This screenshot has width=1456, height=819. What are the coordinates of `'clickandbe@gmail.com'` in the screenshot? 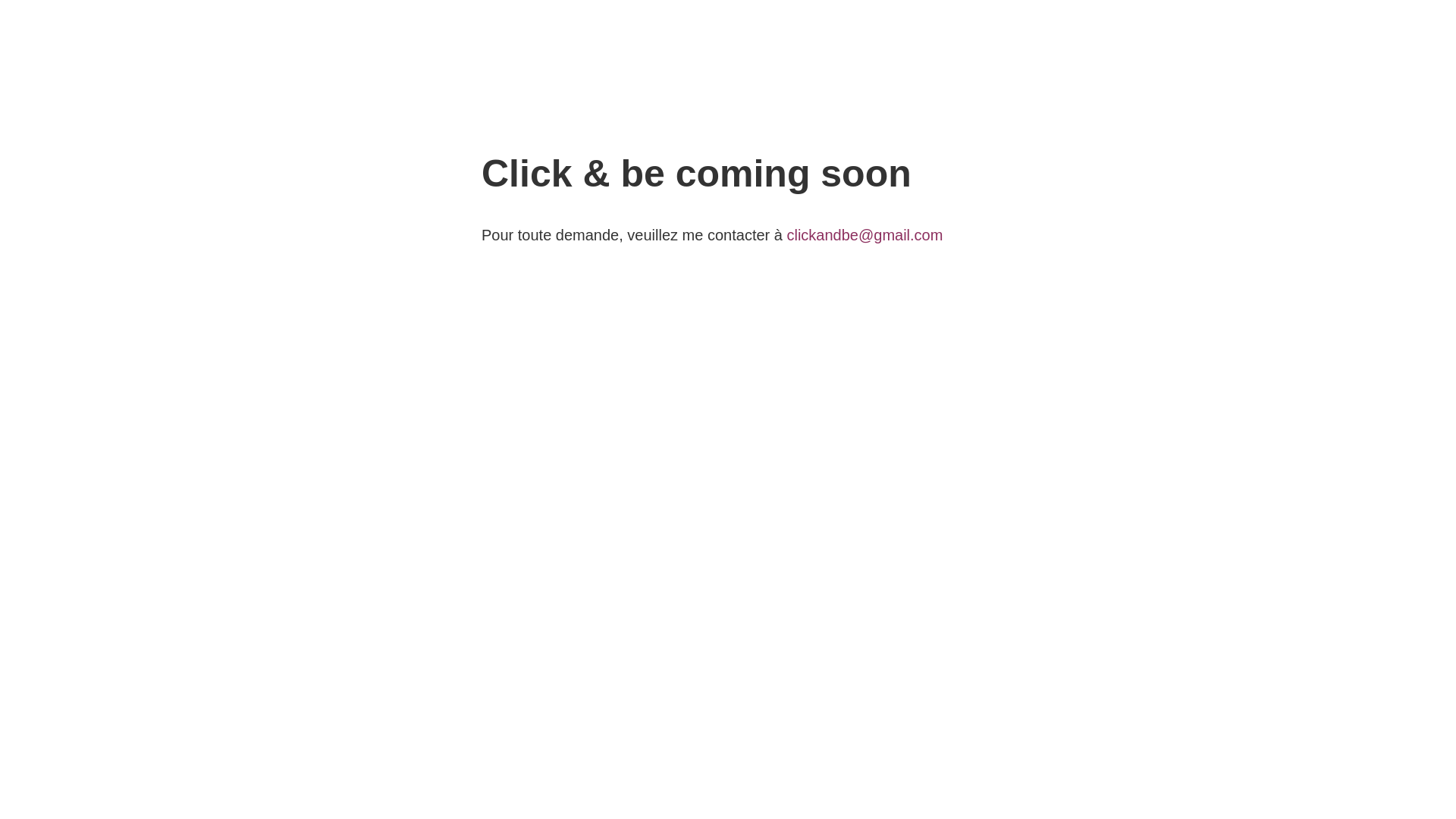 It's located at (864, 234).